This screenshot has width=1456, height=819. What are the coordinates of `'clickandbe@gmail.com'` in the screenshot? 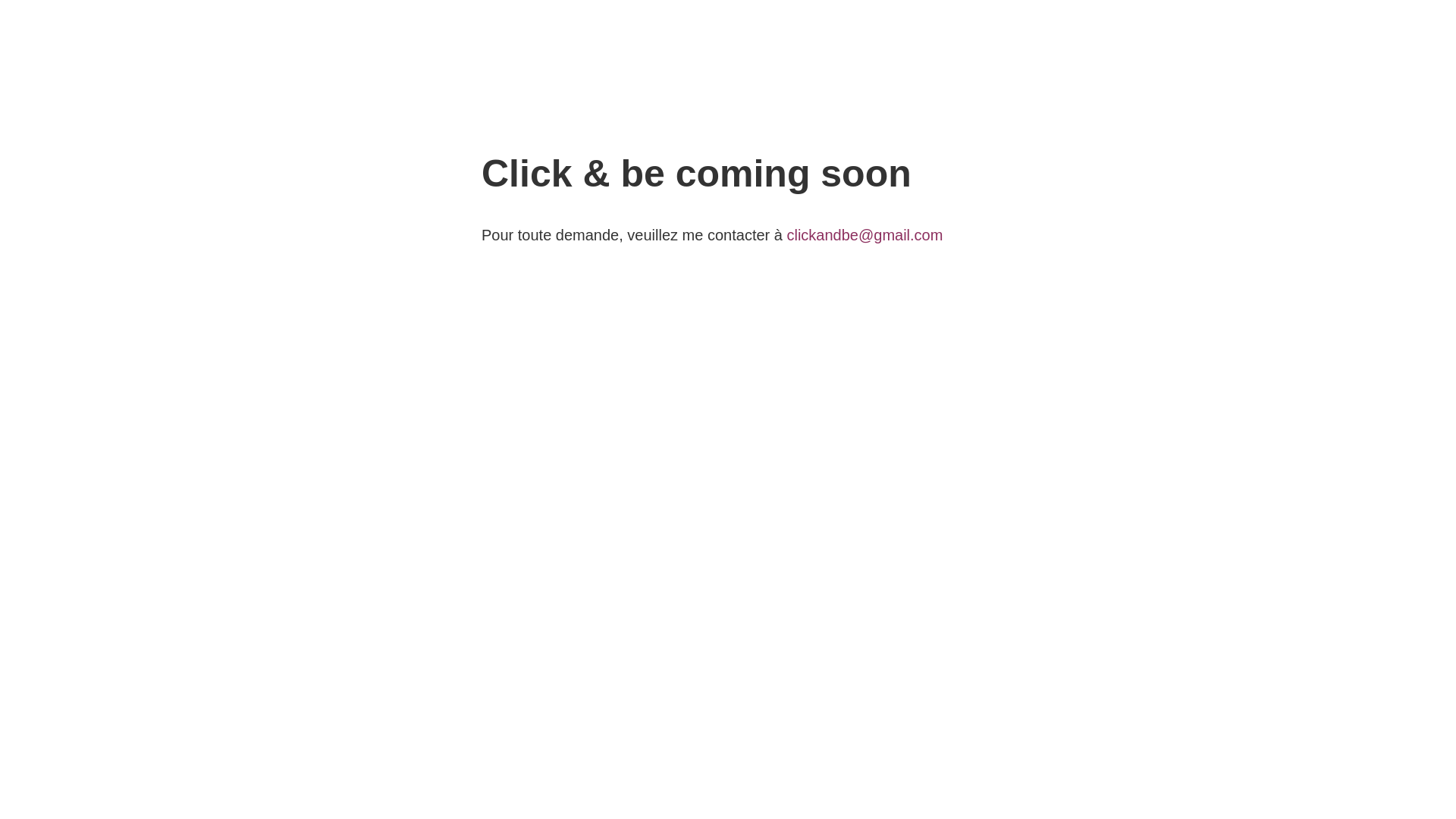 It's located at (864, 234).